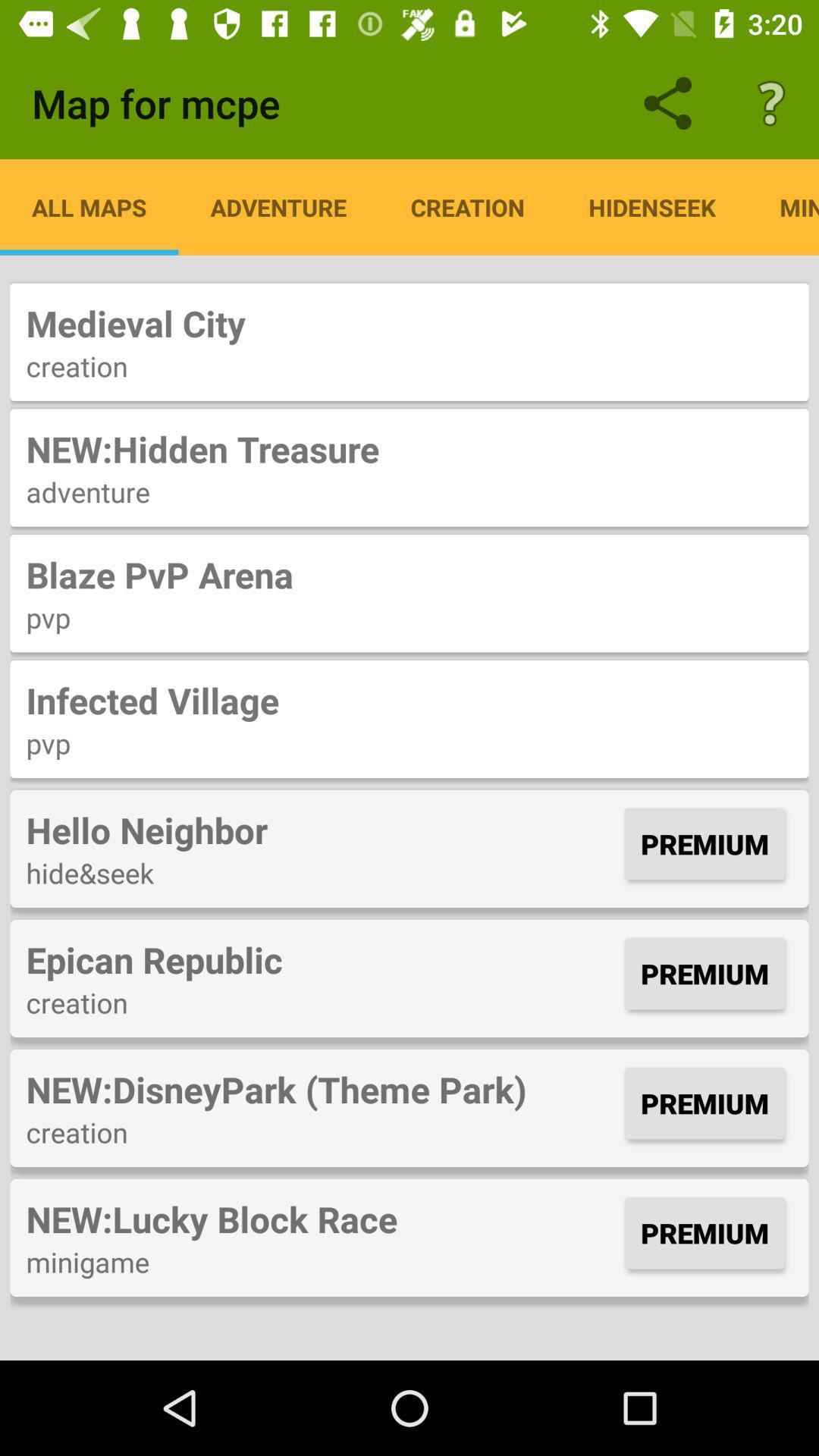 This screenshot has height=1456, width=819. What do you see at coordinates (409, 699) in the screenshot?
I see `icon above the pvp icon` at bounding box center [409, 699].